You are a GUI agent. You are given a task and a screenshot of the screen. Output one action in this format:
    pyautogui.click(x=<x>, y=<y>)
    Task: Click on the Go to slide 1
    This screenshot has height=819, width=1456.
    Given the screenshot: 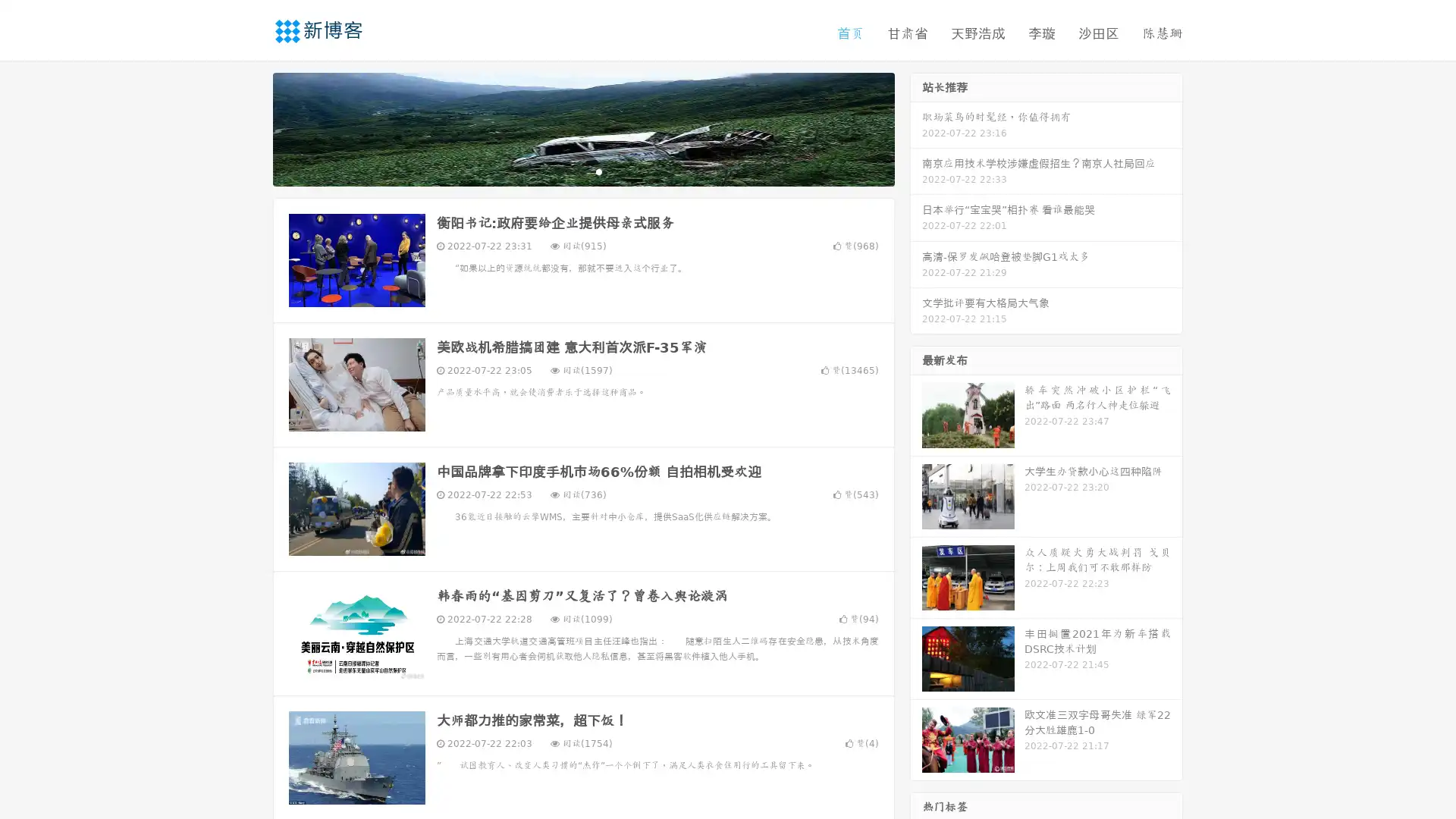 What is the action you would take?
    pyautogui.click(x=567, y=171)
    